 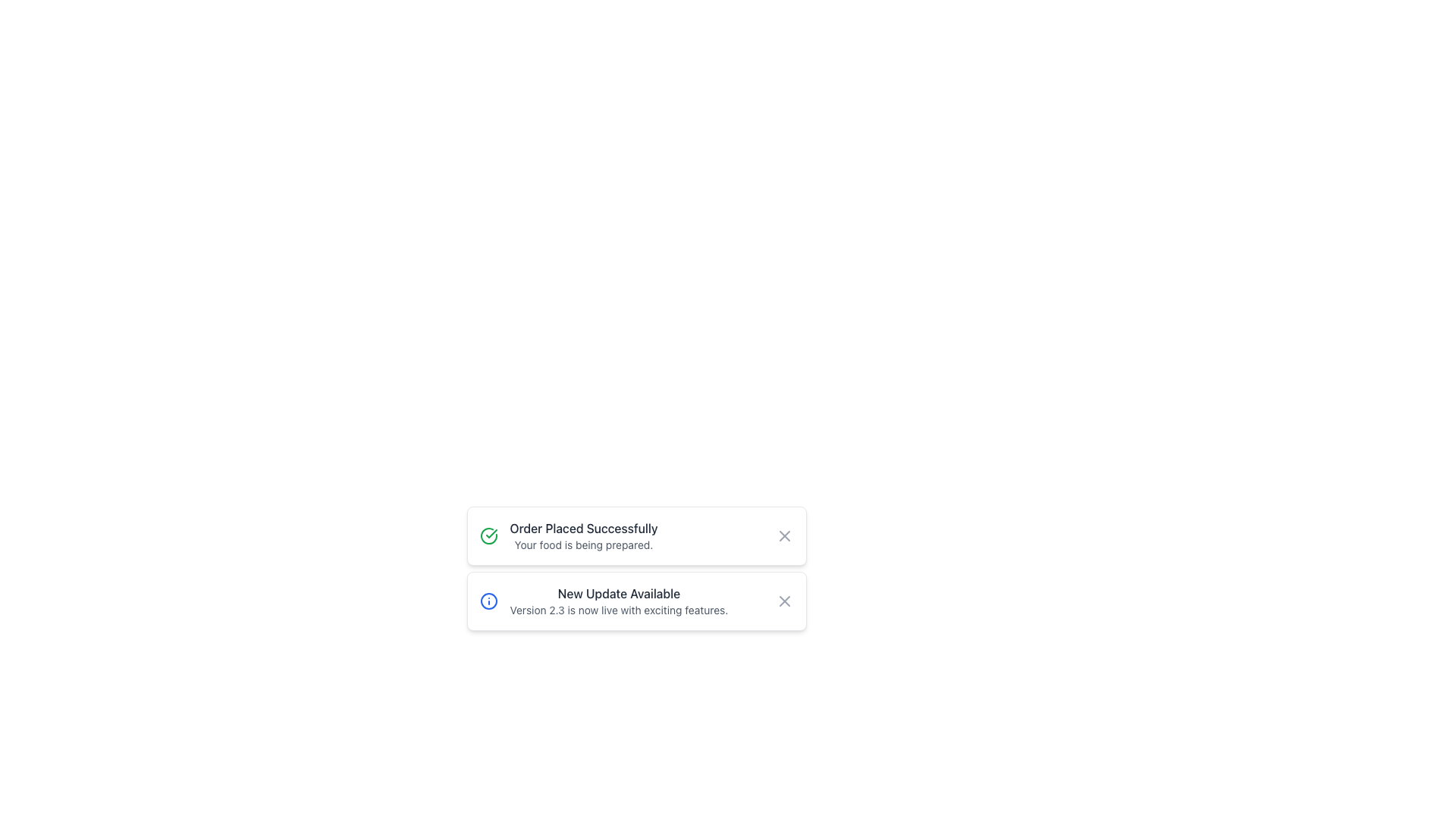 I want to click on the text element reading 'Version 2.3 is now live with exciting features.' located beneath the 'New Update Available' header in the notification card, so click(x=619, y=610).